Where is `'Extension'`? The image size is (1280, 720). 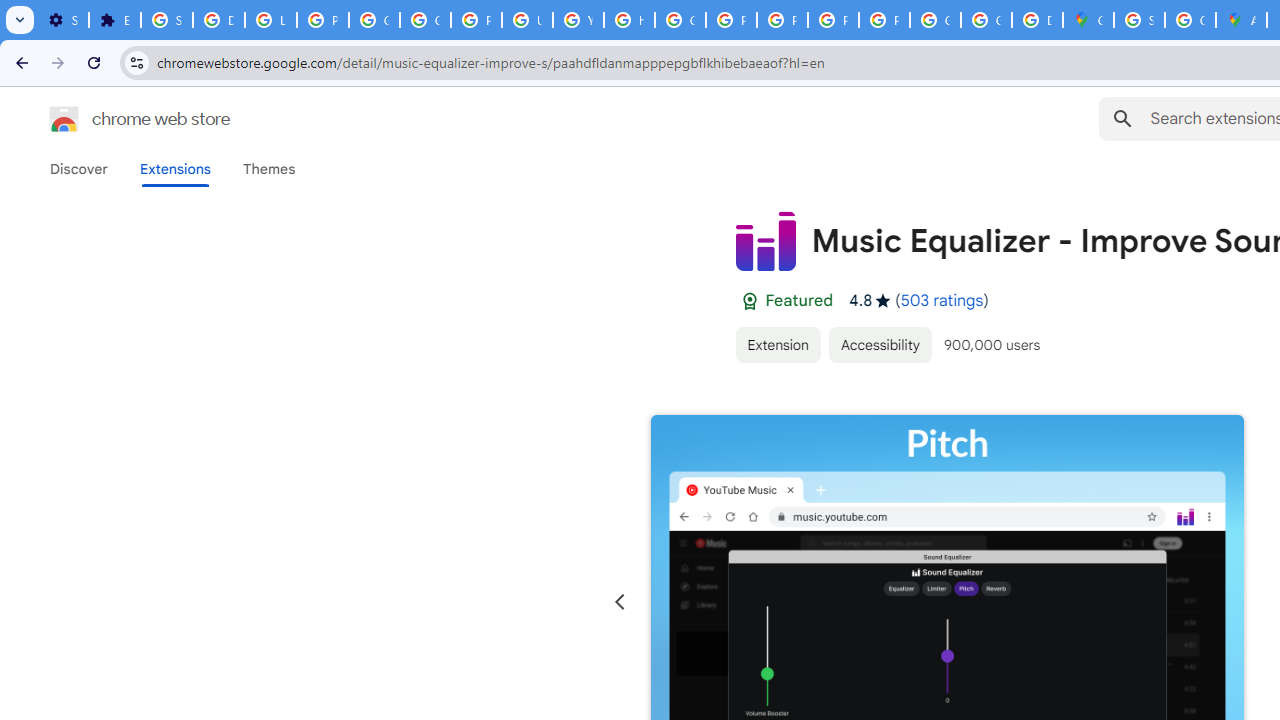 'Extension' is located at coordinates (776, 343).